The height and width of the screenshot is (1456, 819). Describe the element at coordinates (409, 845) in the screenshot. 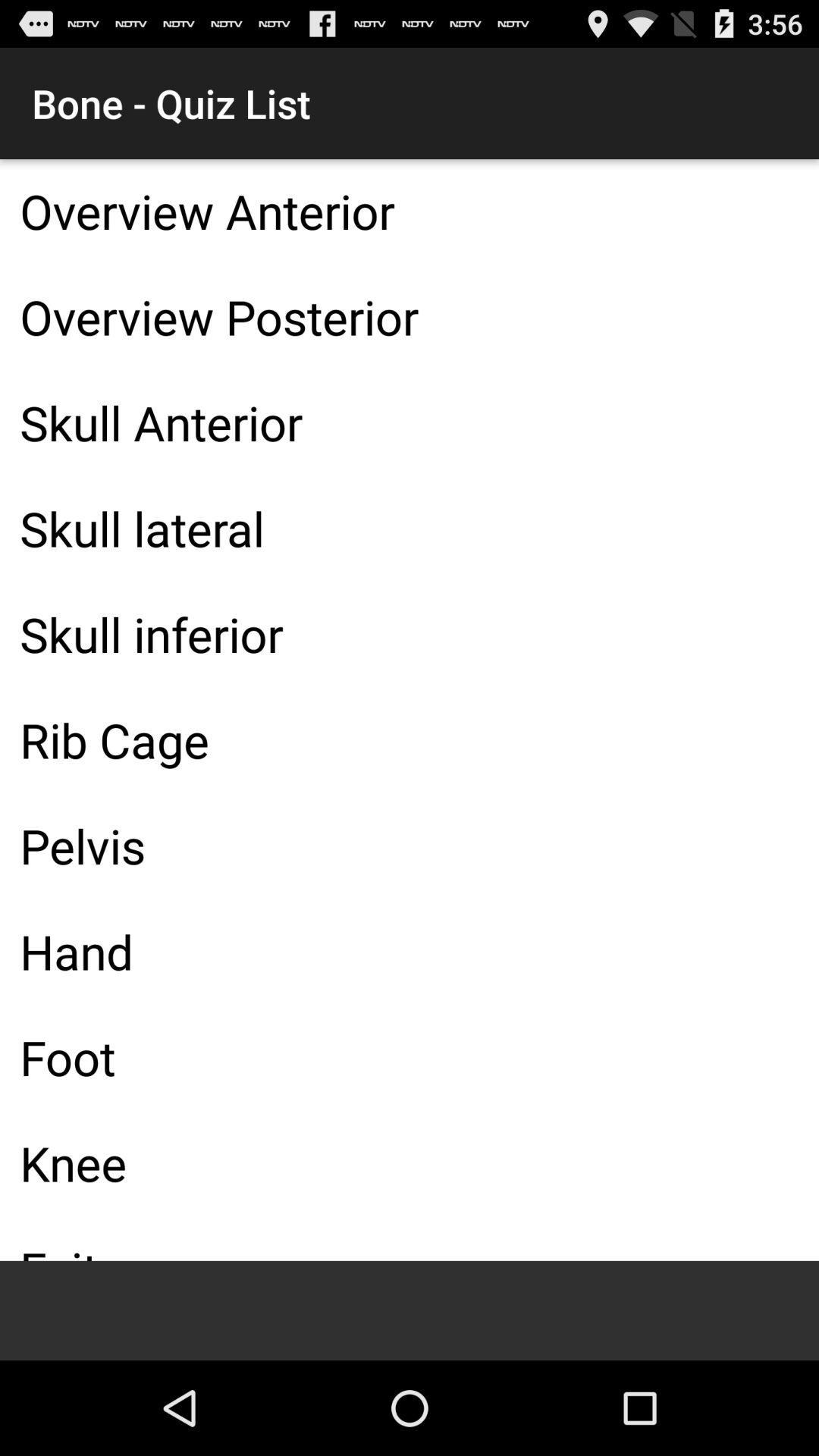

I see `icon above hand` at that location.